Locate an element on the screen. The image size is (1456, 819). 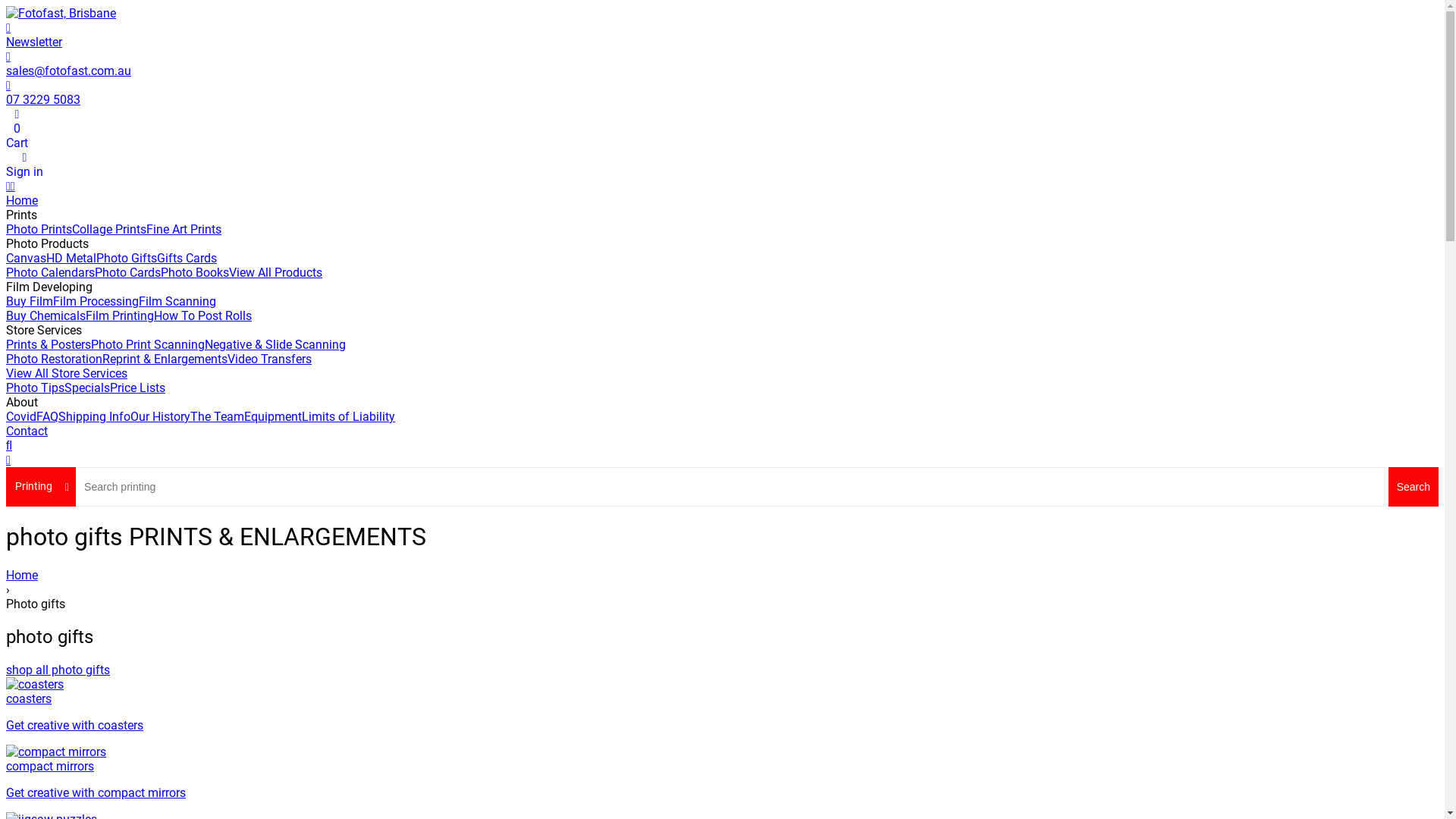
'Reprint & Enlargements' is located at coordinates (165, 359).